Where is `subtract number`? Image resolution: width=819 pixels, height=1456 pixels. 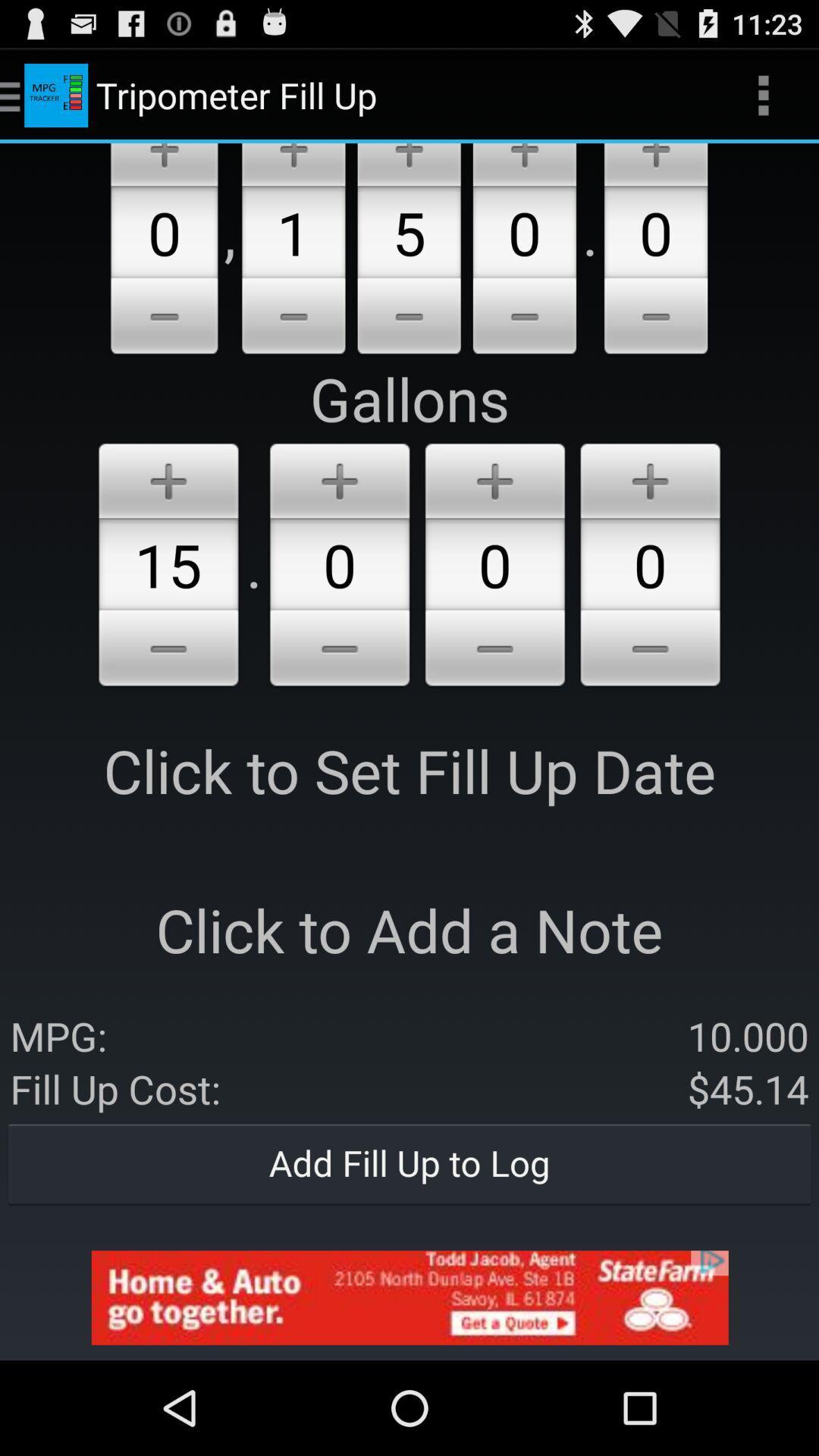 subtract number is located at coordinates (408, 318).